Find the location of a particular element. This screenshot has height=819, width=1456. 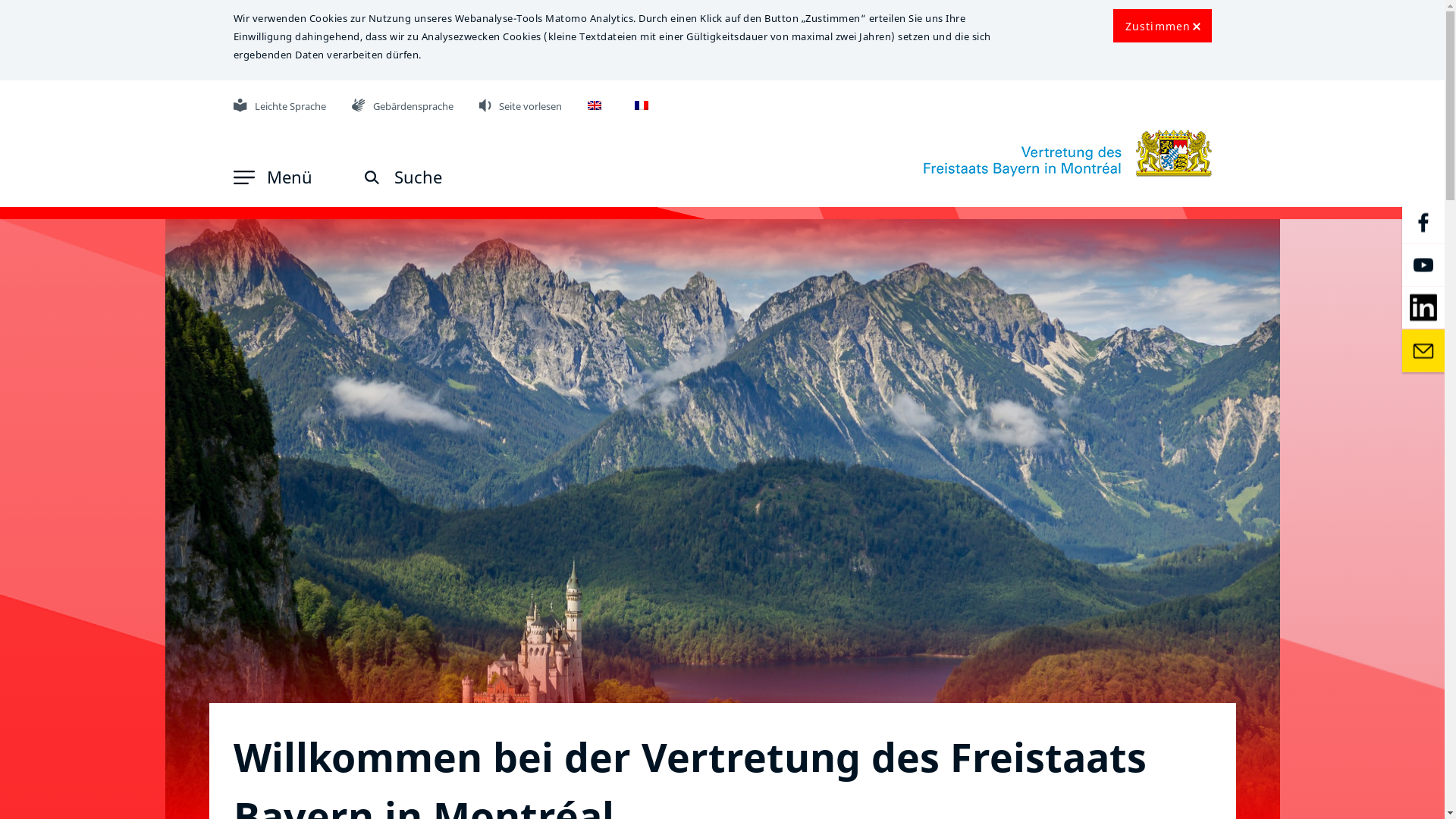

'Vorlesen' is located at coordinates (485, 104).